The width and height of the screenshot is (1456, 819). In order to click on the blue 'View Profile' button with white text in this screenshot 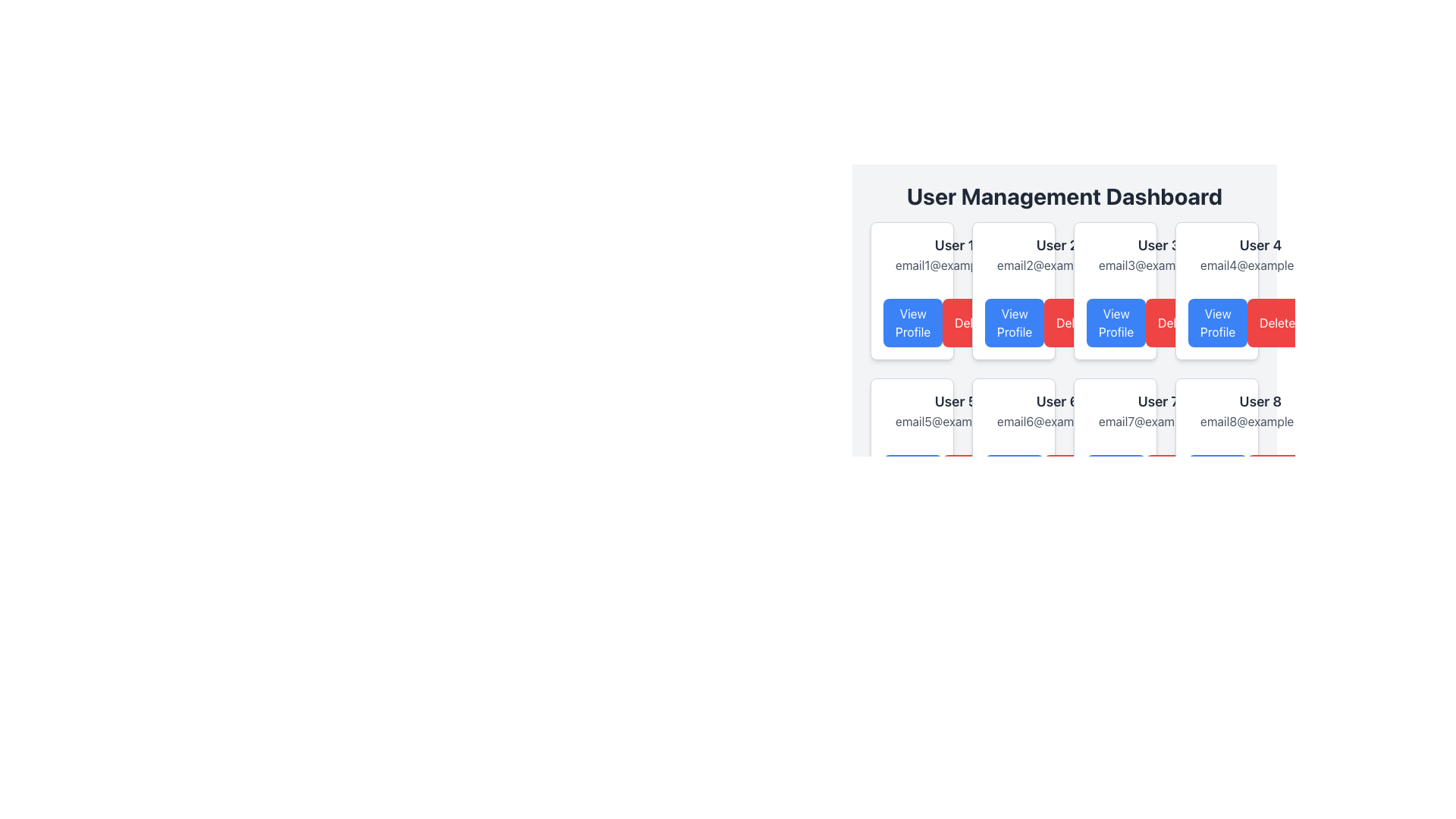, I will do `click(1218, 322)`.